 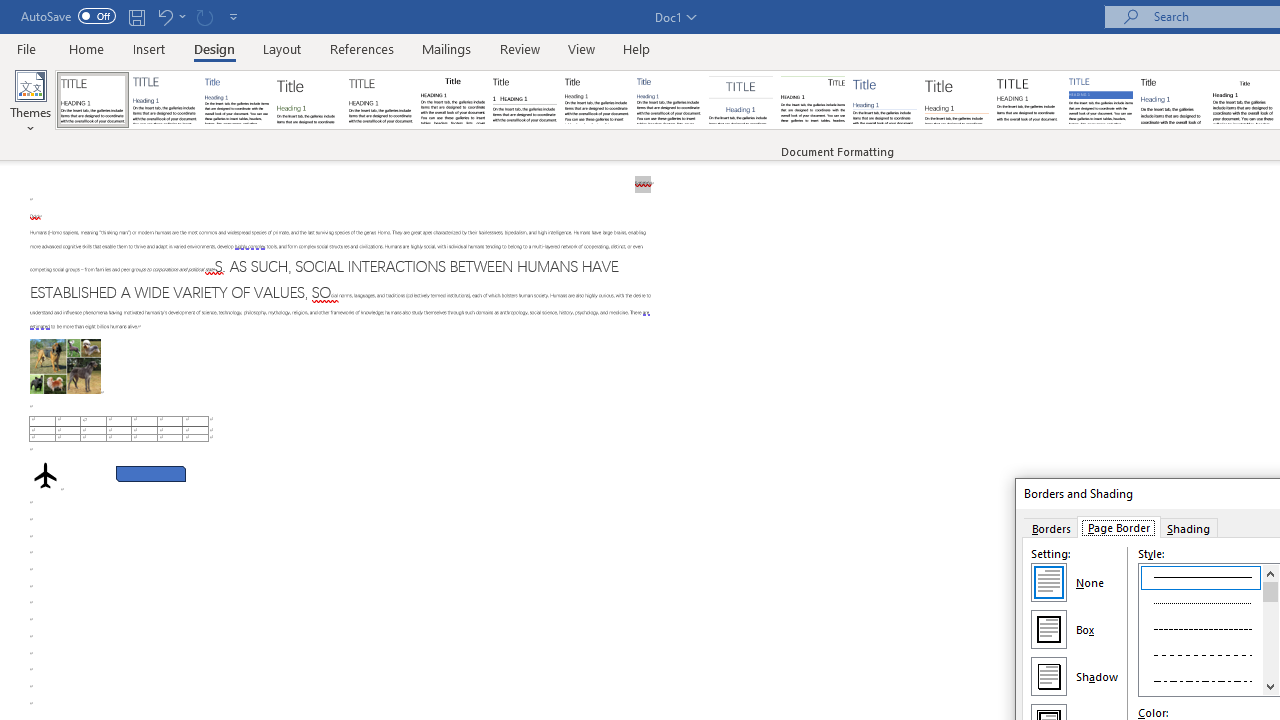 What do you see at coordinates (164, 16) in the screenshot?
I see `'Undo Paragraph Alignment'` at bounding box center [164, 16].